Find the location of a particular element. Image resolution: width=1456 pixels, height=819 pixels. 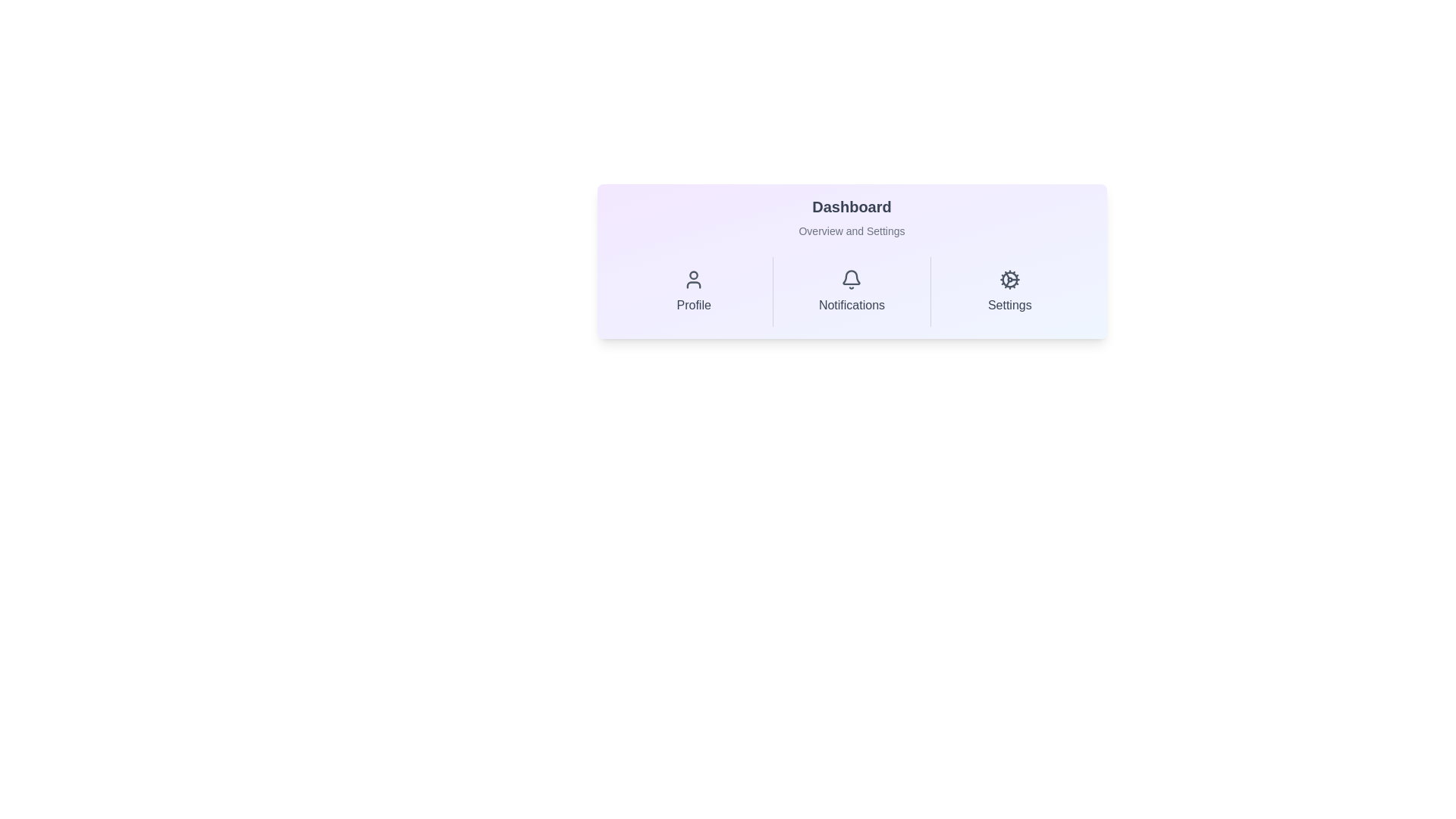

'Settings' label located to the right of 'Profile' and 'Notifications' in the settings section, which indicates the associated configuration options is located at coordinates (1009, 305).